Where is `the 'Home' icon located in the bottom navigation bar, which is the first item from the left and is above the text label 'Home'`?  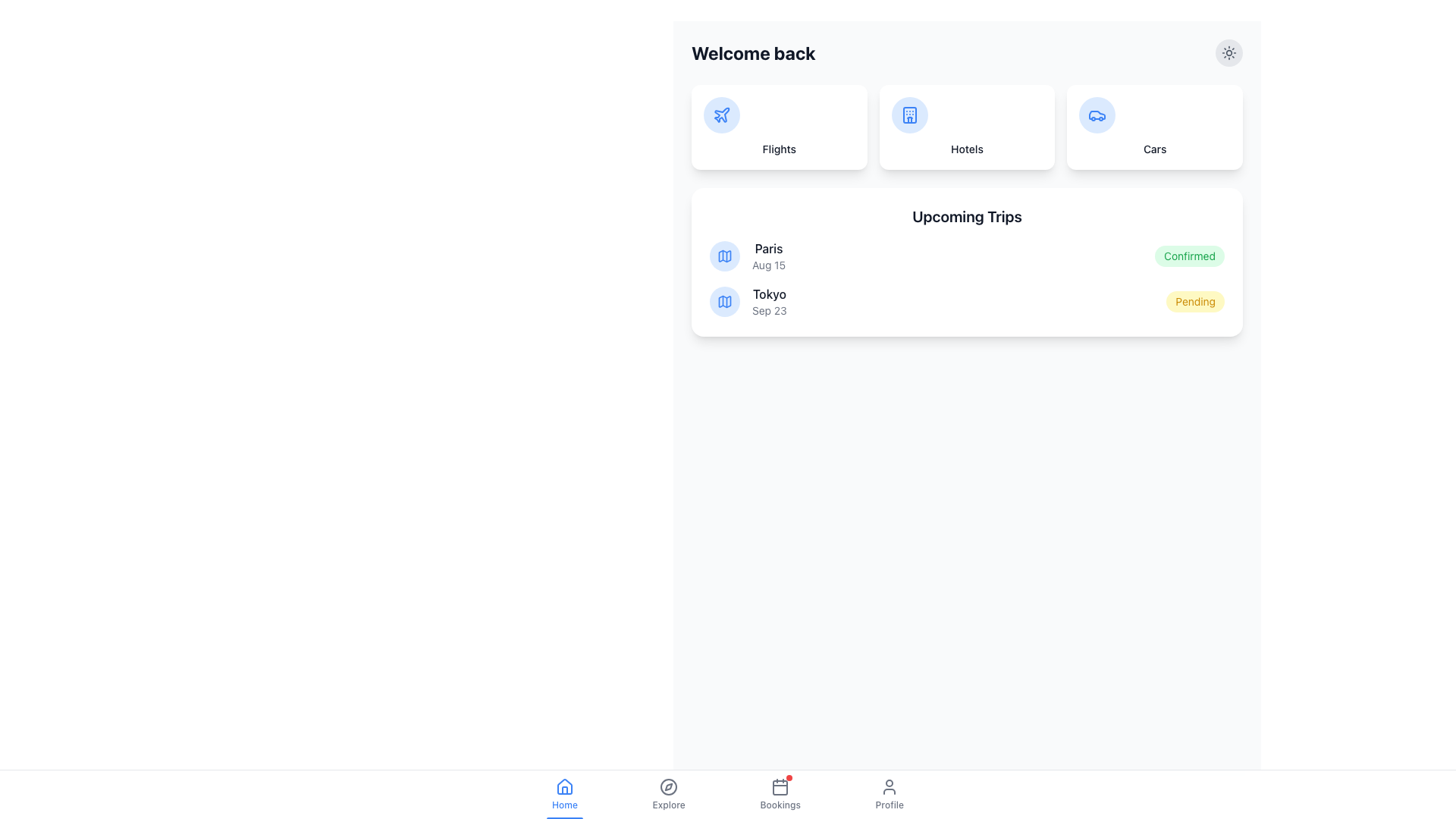 the 'Home' icon located in the bottom navigation bar, which is the first item from the left and is above the text label 'Home' is located at coordinates (563, 786).